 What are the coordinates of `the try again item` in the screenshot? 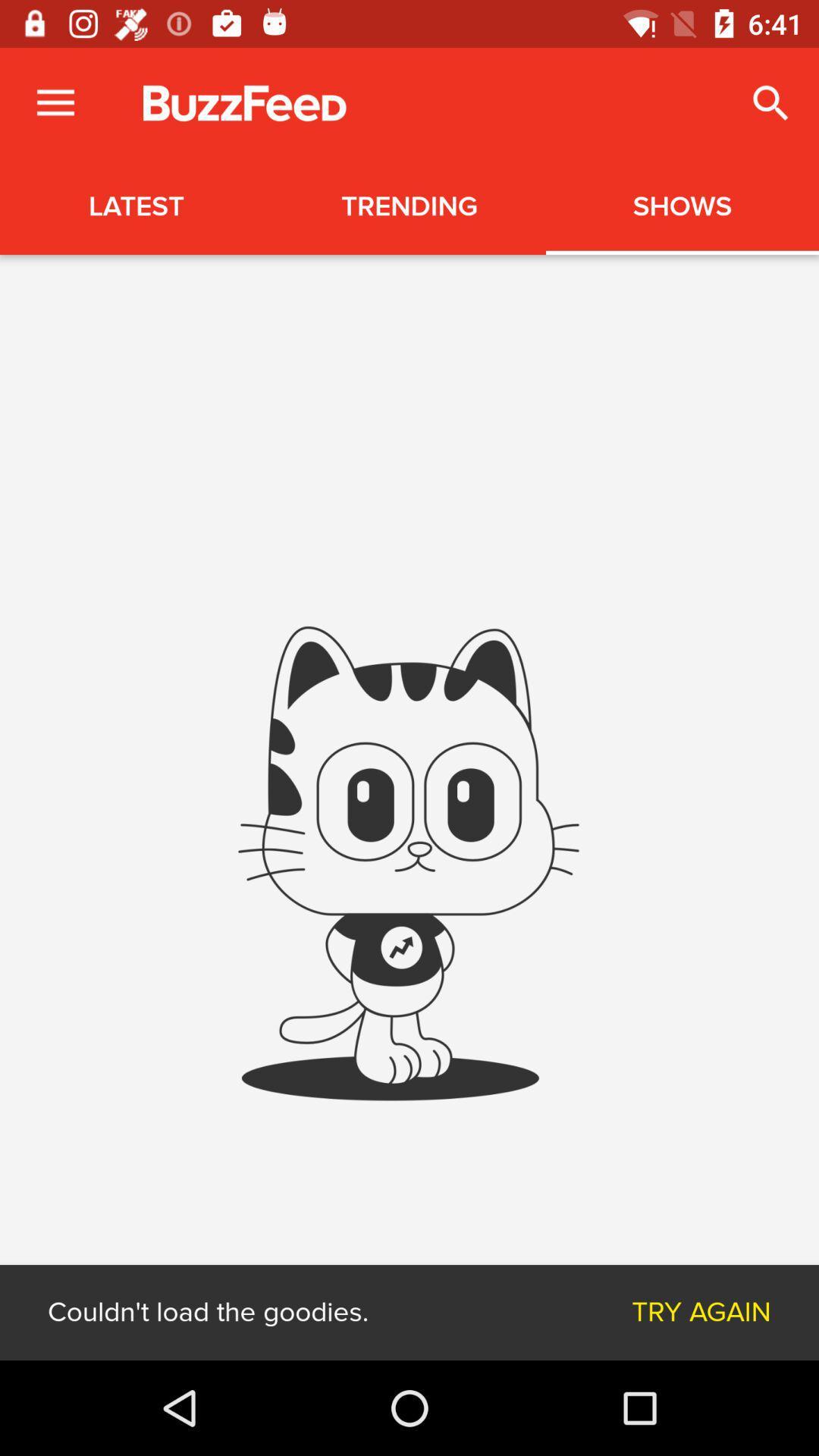 It's located at (701, 1312).